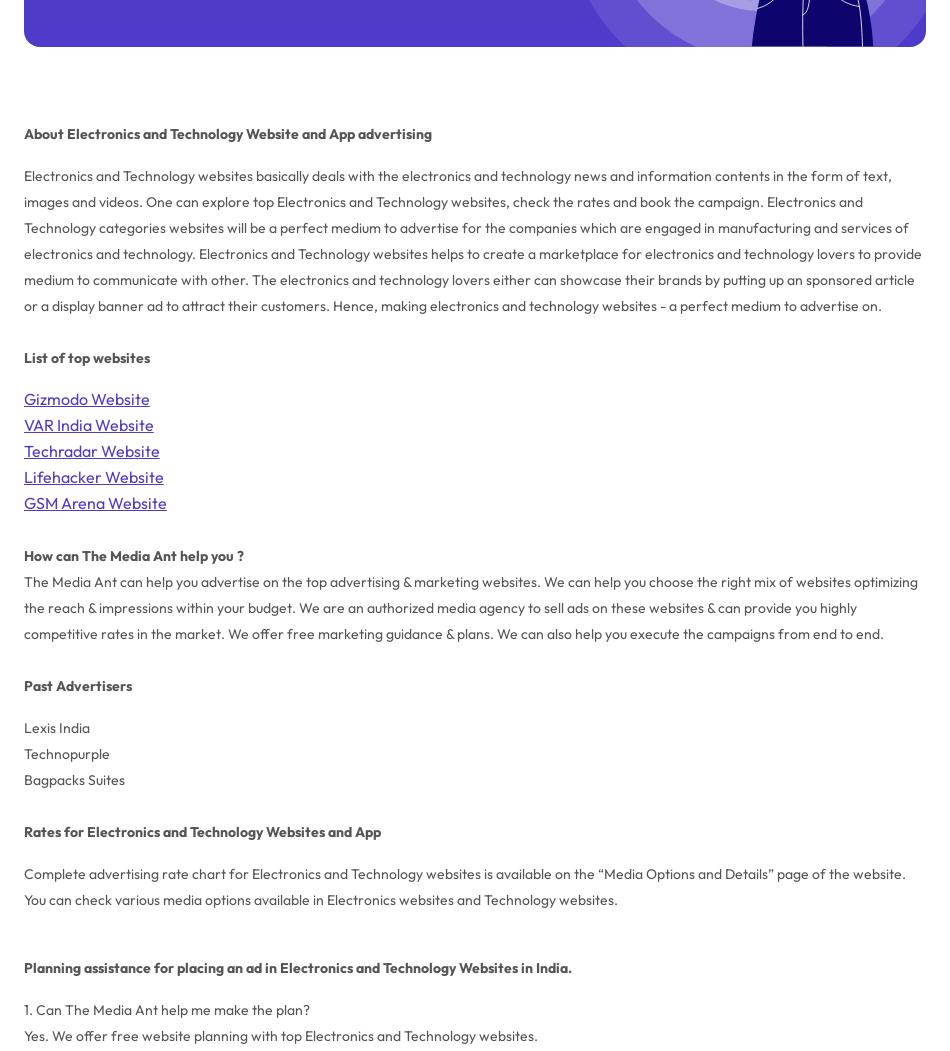 The width and height of the screenshot is (950, 1051). Describe the element at coordinates (295, 966) in the screenshot. I see `'Planning assistance for placing an ad in Electronics and Technology Websites in India.'` at that location.